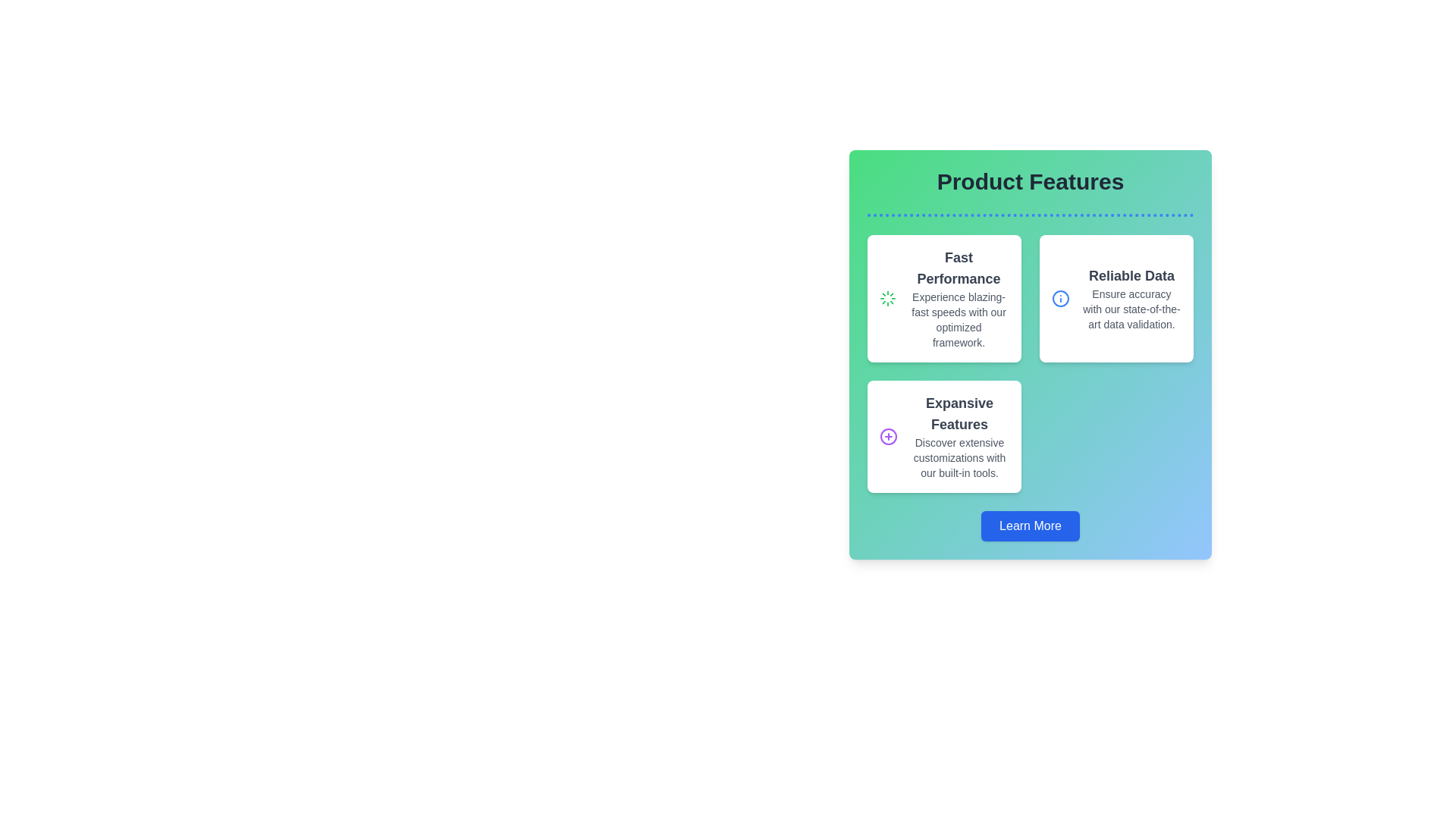 This screenshot has height=819, width=1456. I want to click on textual content of the Text block located in the bottom left corner of the third card under 'Product Features', which describes the 'Expansive Features' offering and its customizability, so click(959, 436).